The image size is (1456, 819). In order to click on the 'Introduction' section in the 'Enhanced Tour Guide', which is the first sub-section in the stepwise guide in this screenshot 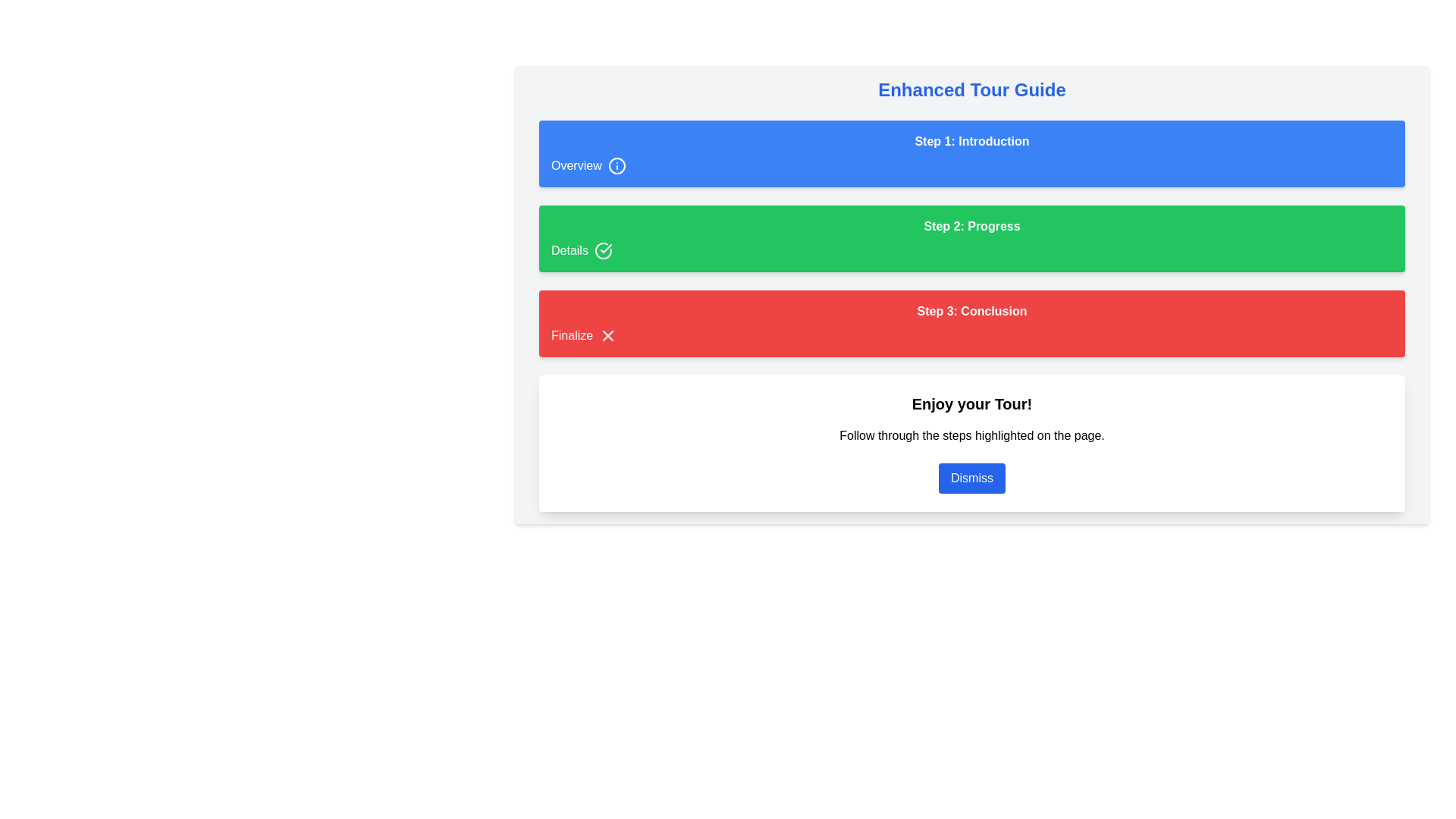, I will do `click(971, 154)`.